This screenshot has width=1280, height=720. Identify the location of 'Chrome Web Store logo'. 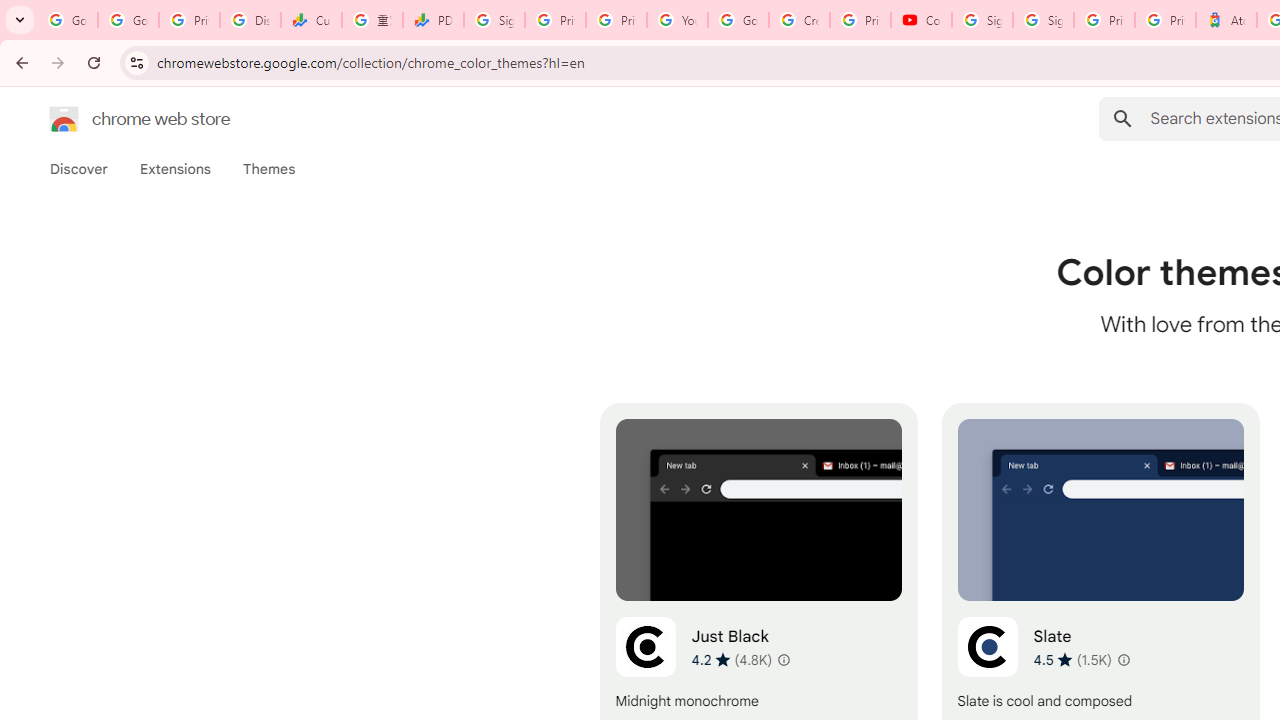
(64, 119).